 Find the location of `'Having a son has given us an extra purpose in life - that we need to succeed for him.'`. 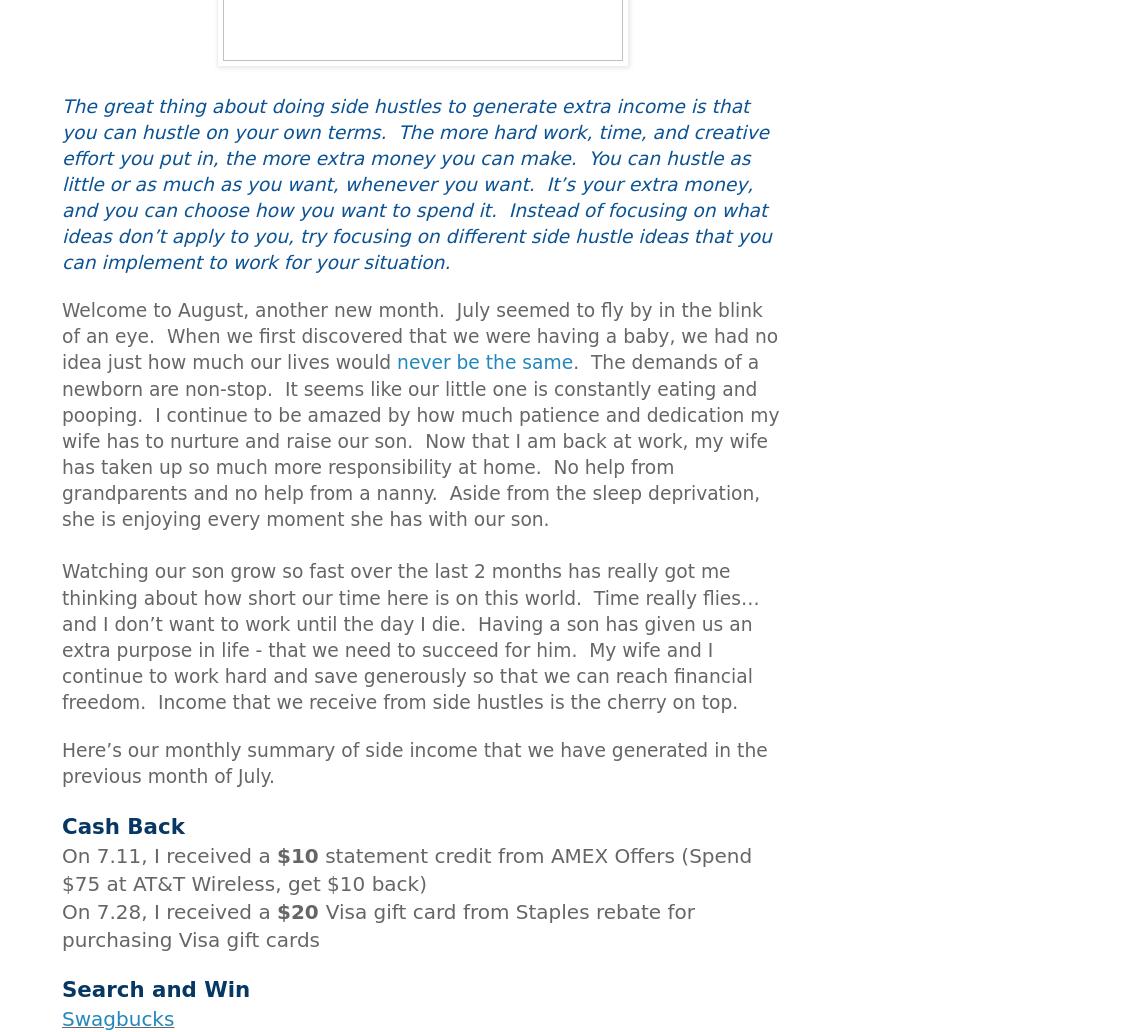

'Having a son has given us an extra purpose in life - that we need to succeed for him.' is located at coordinates (406, 636).